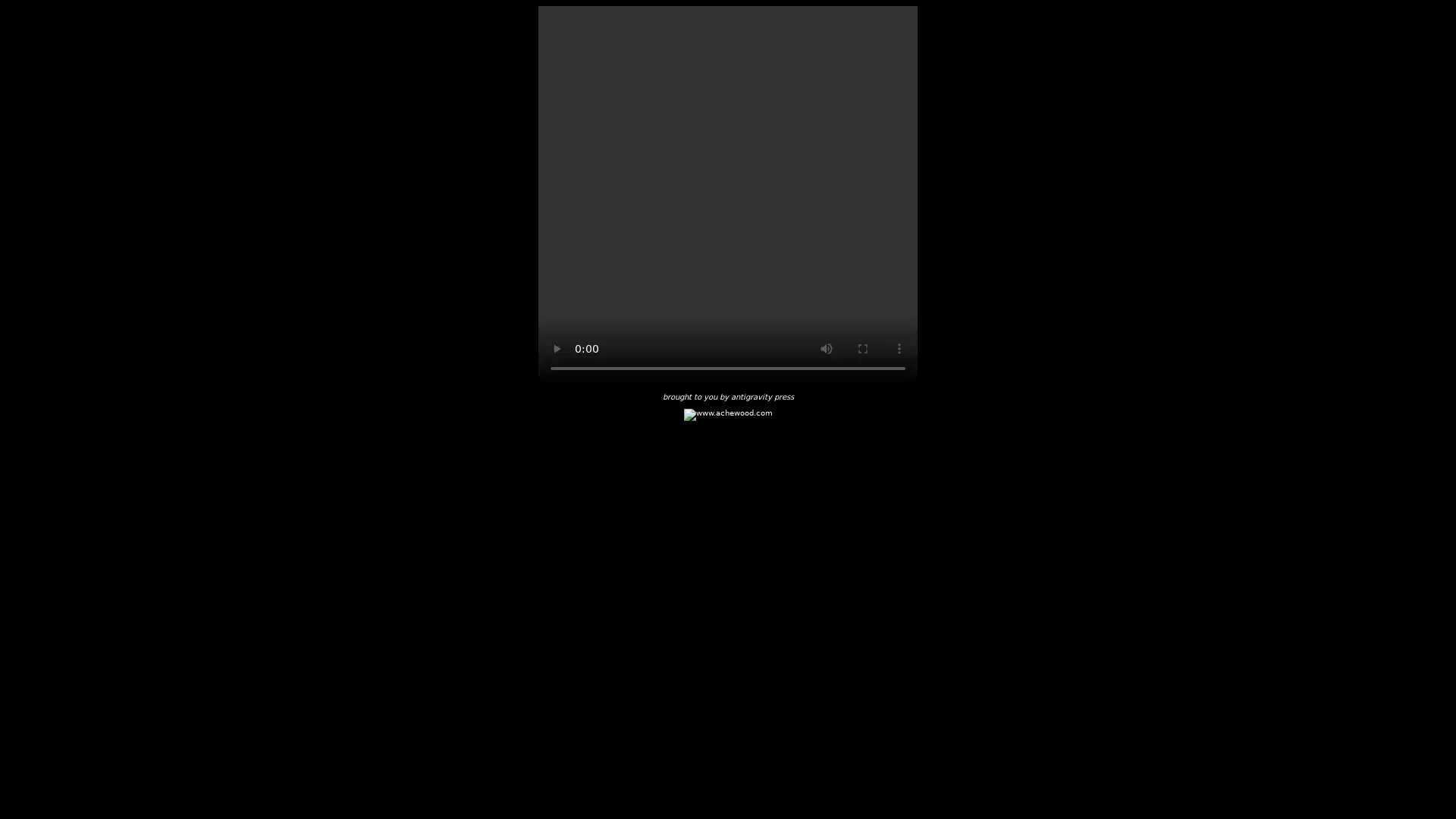 Image resolution: width=1456 pixels, height=819 pixels. Describe the element at coordinates (862, 348) in the screenshot. I see `enter full screen` at that location.